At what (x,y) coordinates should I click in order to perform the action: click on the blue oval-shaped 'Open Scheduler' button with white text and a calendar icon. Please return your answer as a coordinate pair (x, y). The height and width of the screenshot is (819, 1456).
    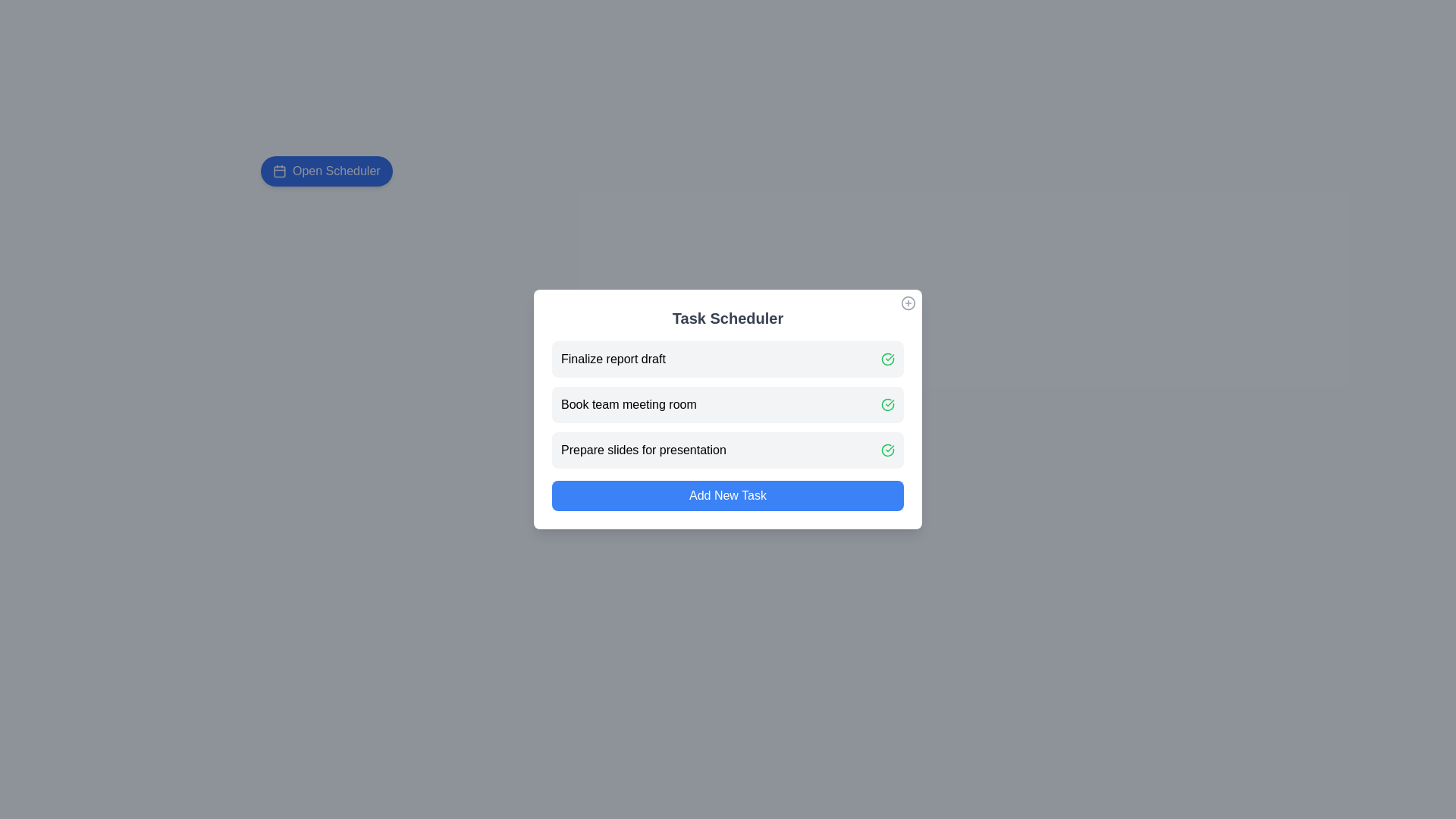
    Looking at the image, I should click on (325, 171).